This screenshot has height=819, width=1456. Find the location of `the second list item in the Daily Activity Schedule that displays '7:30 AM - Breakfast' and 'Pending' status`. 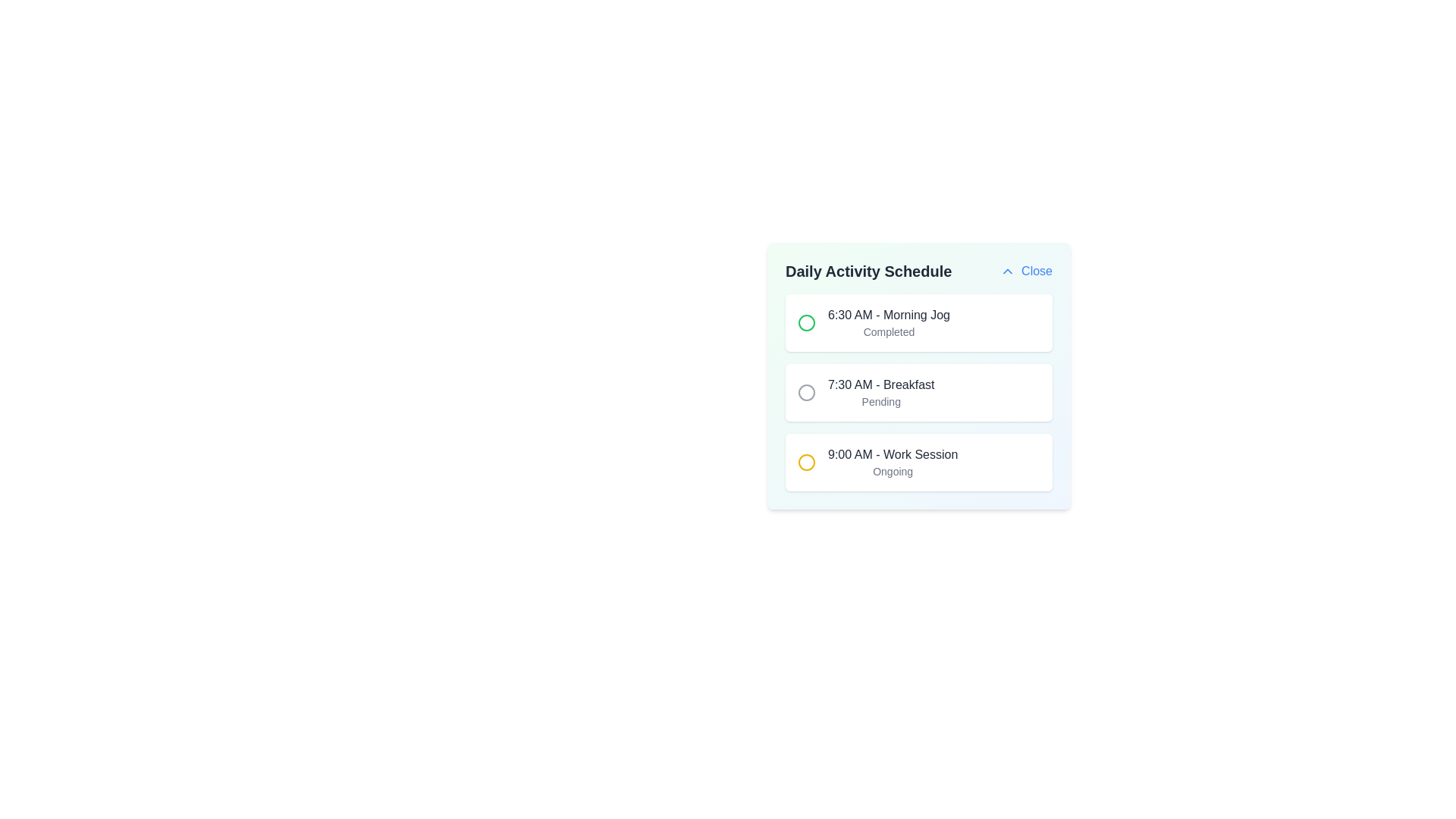

the second list item in the Daily Activity Schedule that displays '7:30 AM - Breakfast' and 'Pending' status is located at coordinates (918, 391).